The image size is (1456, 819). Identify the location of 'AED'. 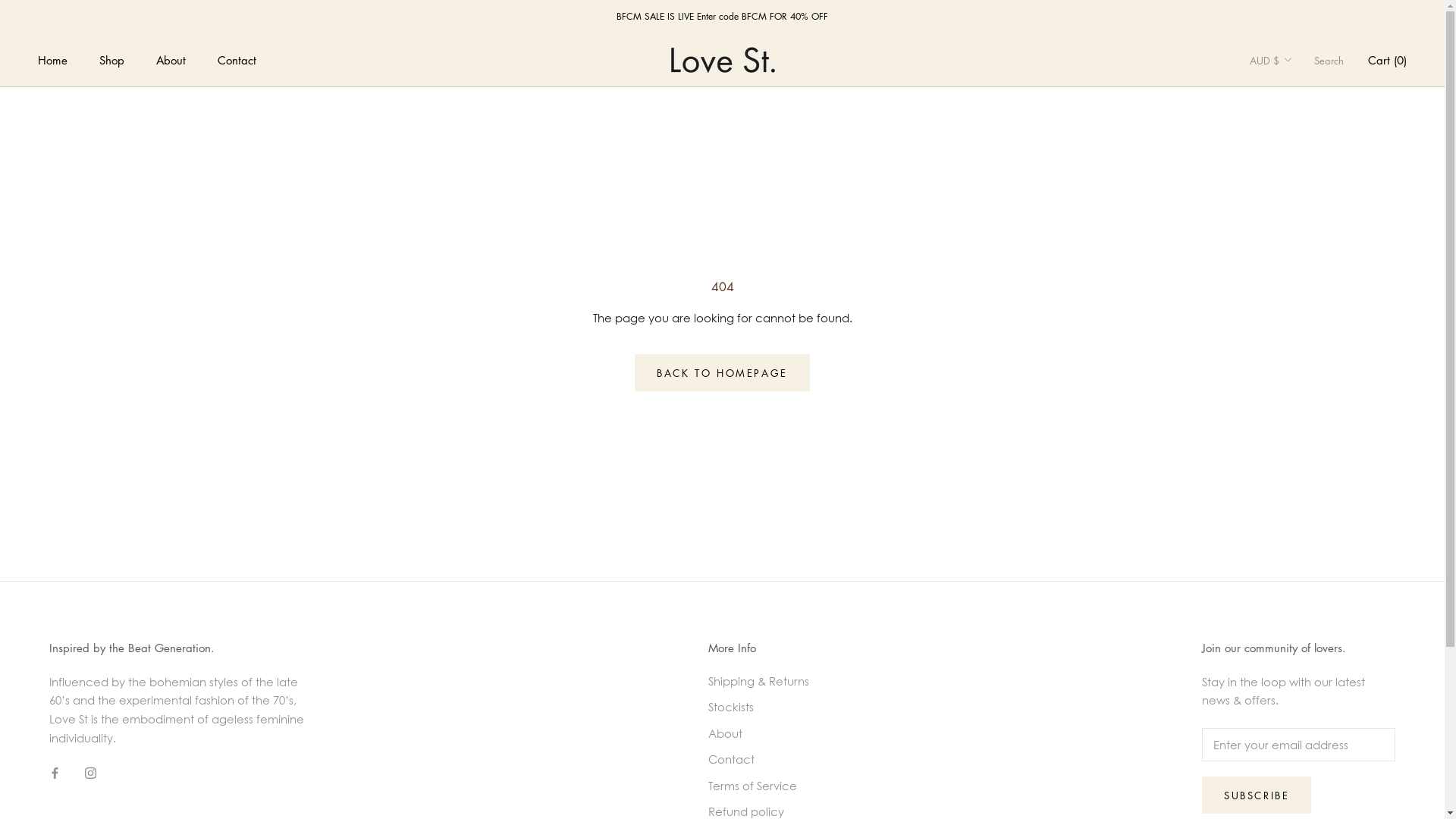
(1294, 95).